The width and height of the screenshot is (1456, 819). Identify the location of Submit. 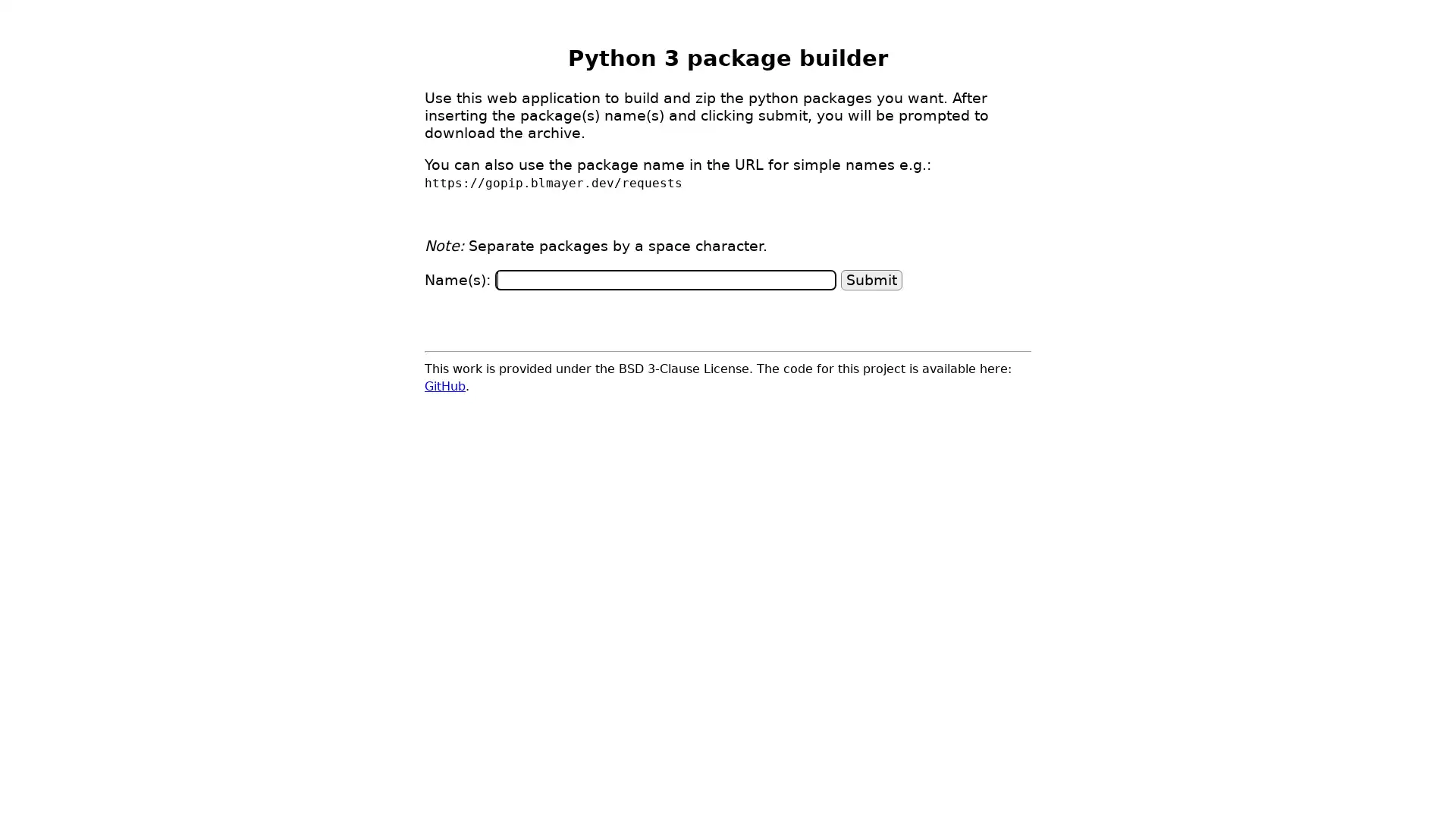
(871, 279).